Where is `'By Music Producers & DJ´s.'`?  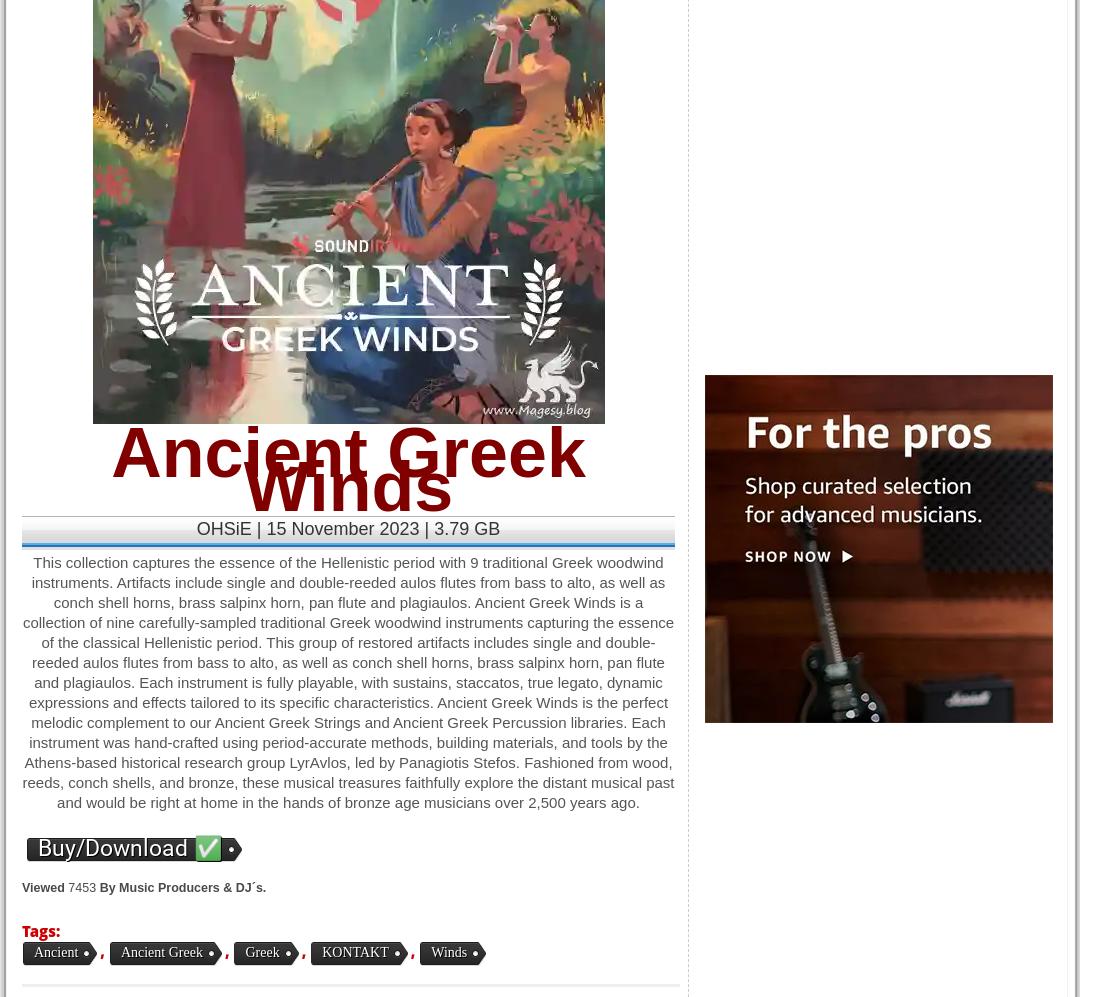 'By Music Producers & DJ´s.' is located at coordinates (182, 887).